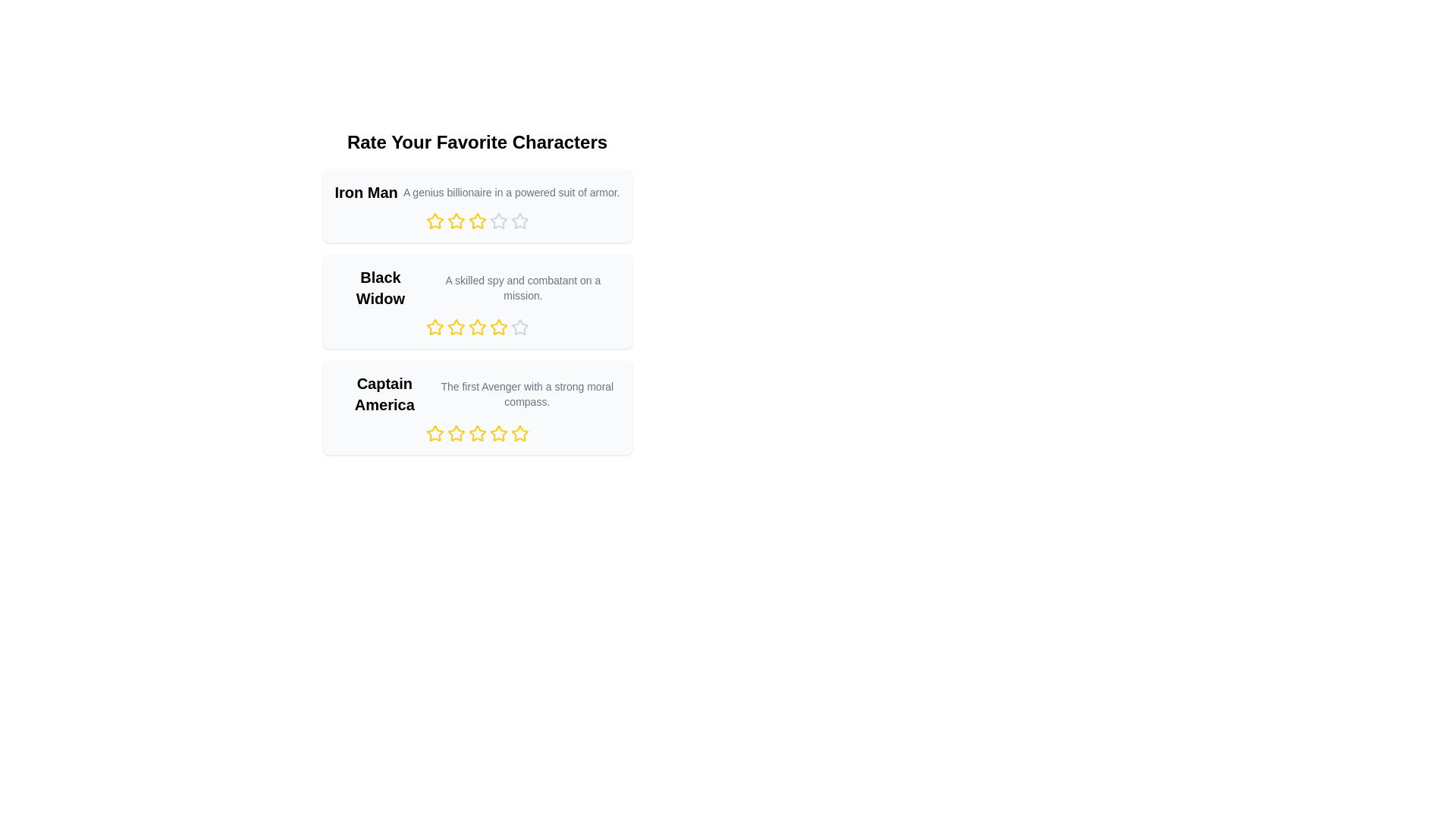  Describe the element at coordinates (498, 433) in the screenshot. I see `the fourth yellow star icon in the rating sequence for 'Captain America'` at that location.